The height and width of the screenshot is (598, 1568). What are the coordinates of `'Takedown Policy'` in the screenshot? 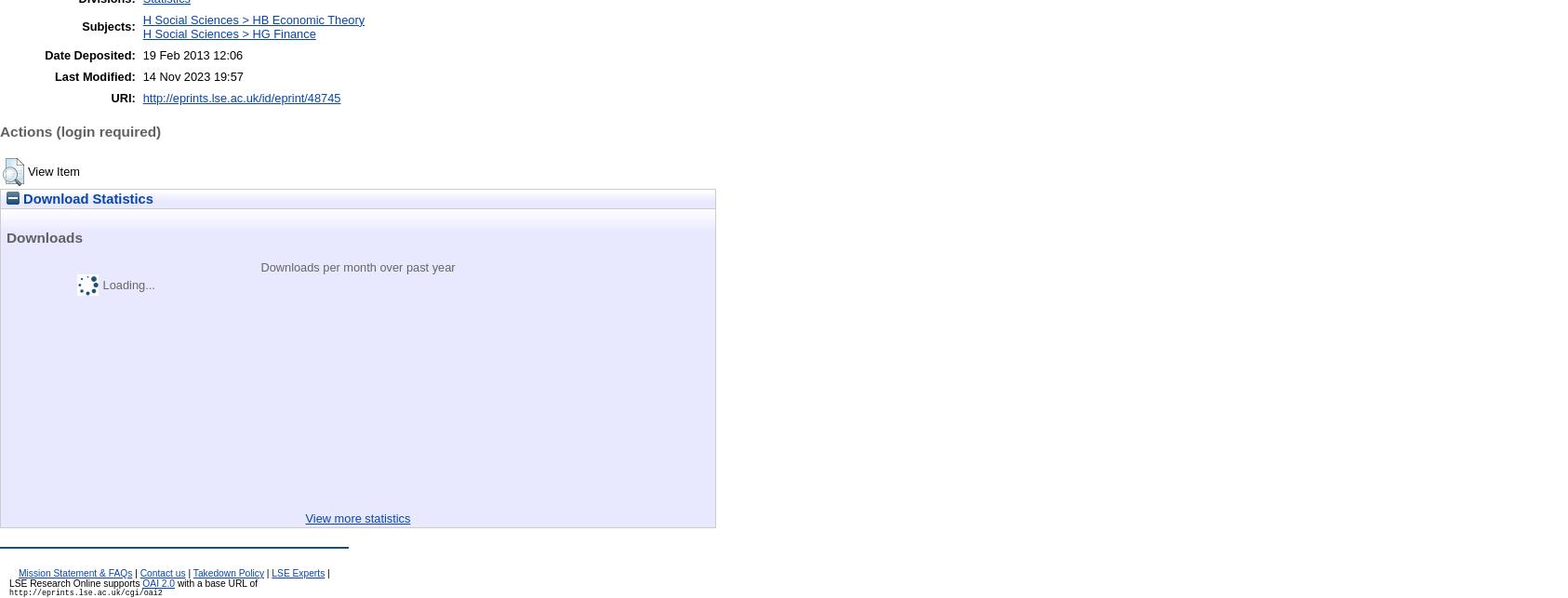 It's located at (228, 571).